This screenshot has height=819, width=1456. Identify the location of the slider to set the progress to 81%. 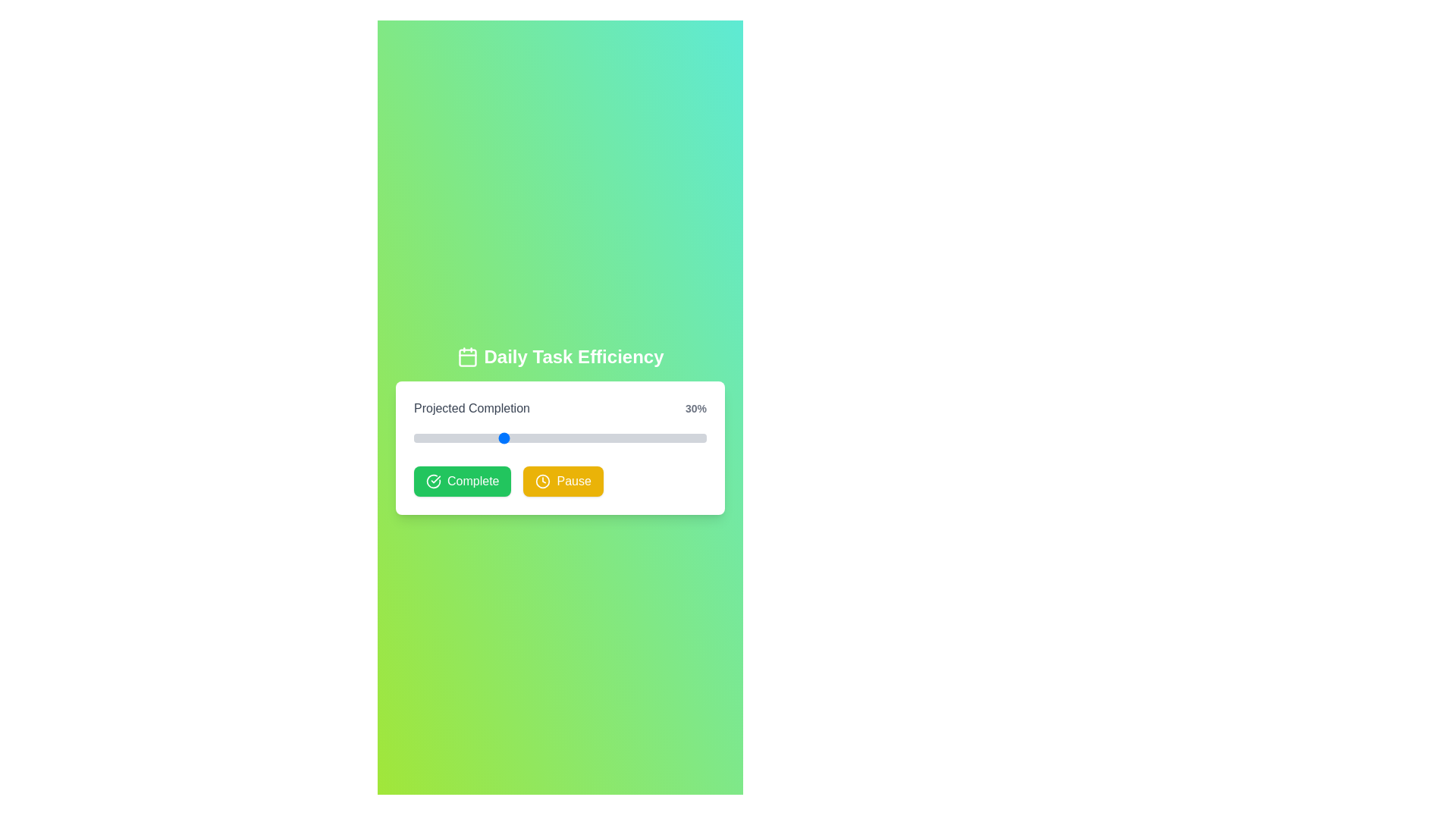
(651, 438).